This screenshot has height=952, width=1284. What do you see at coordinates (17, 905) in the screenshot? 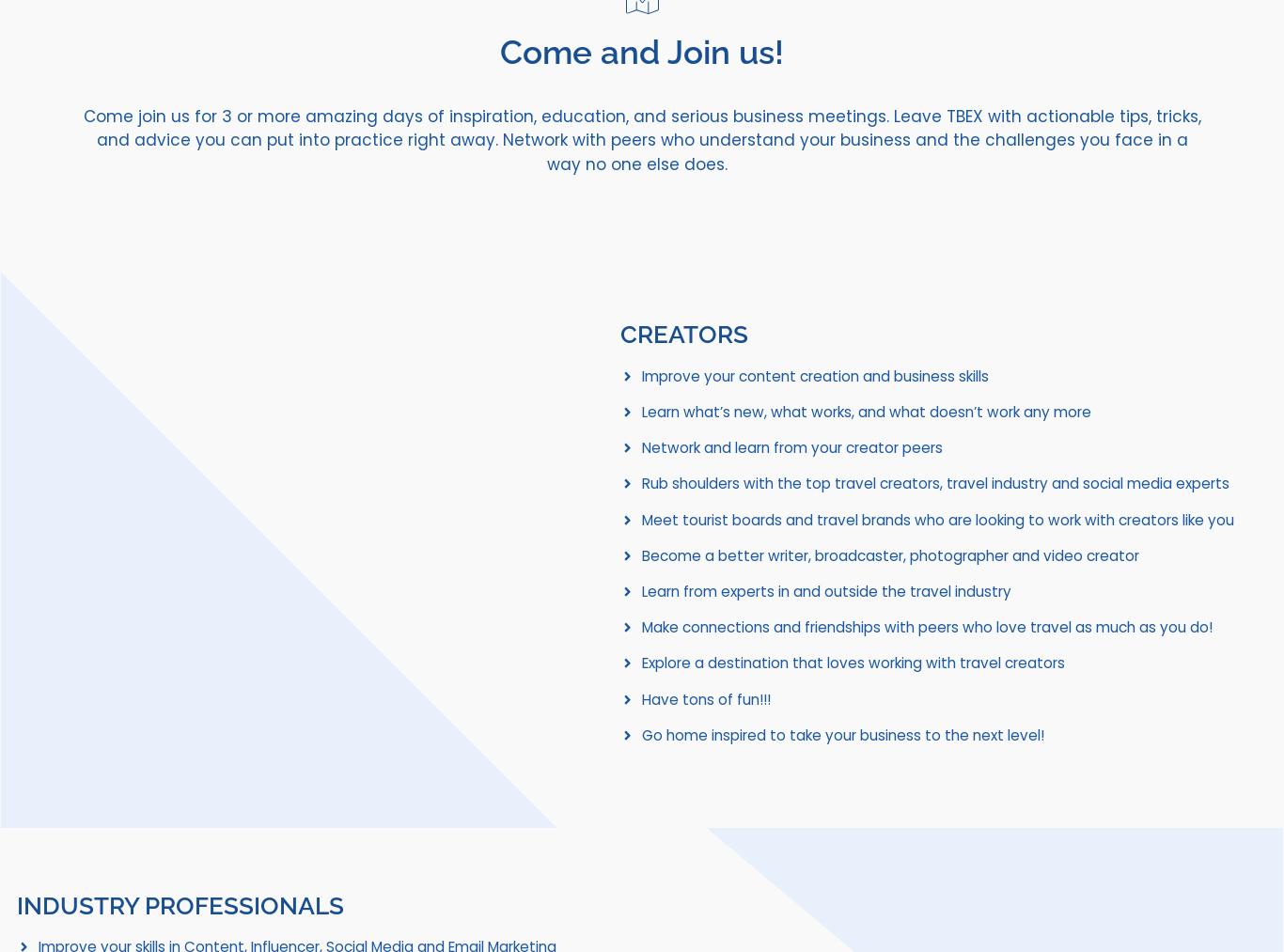
I see `'Industry Professionals'` at bounding box center [17, 905].